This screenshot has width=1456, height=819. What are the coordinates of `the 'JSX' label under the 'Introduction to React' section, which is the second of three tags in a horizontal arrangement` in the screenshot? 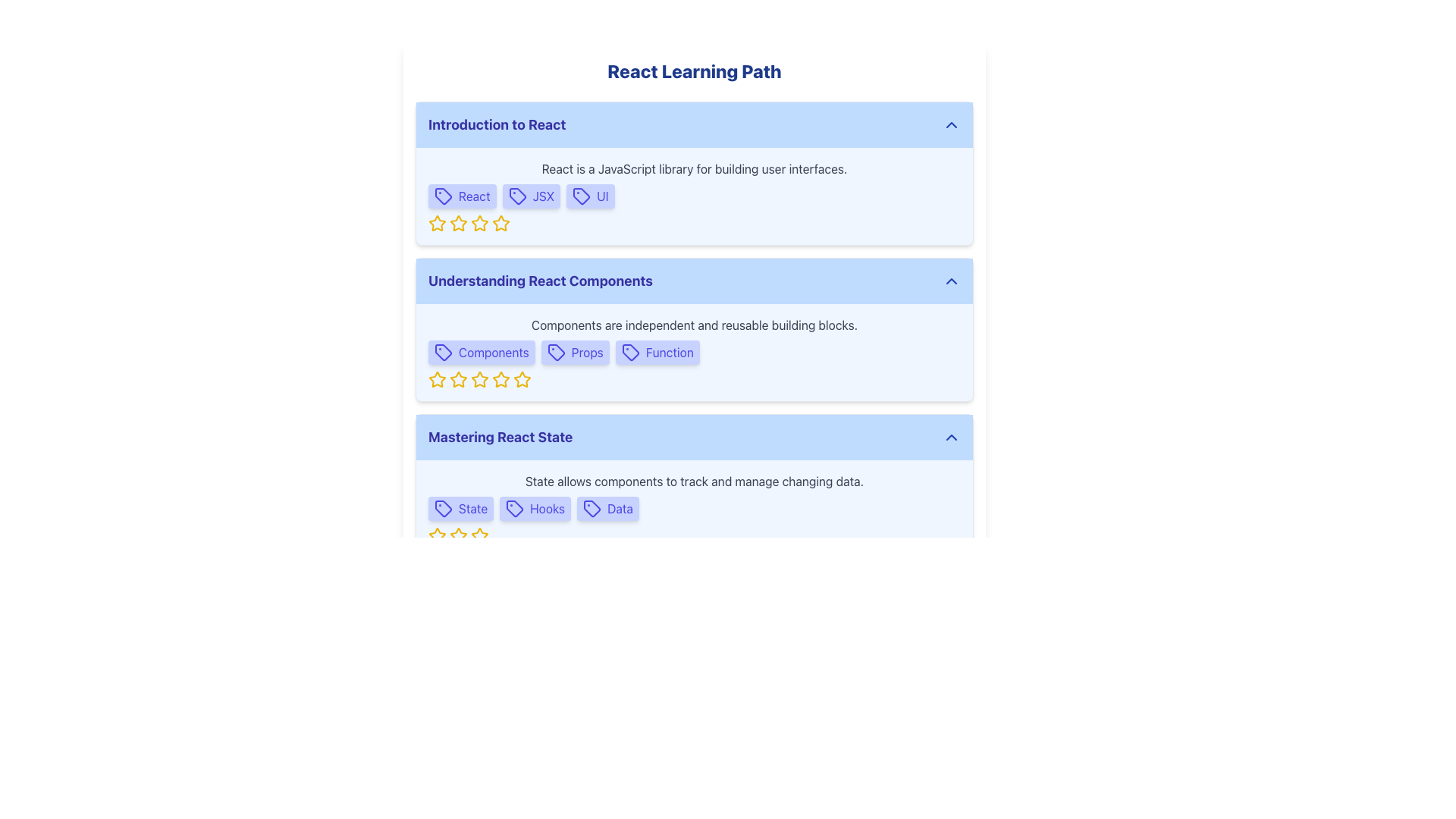 It's located at (531, 195).